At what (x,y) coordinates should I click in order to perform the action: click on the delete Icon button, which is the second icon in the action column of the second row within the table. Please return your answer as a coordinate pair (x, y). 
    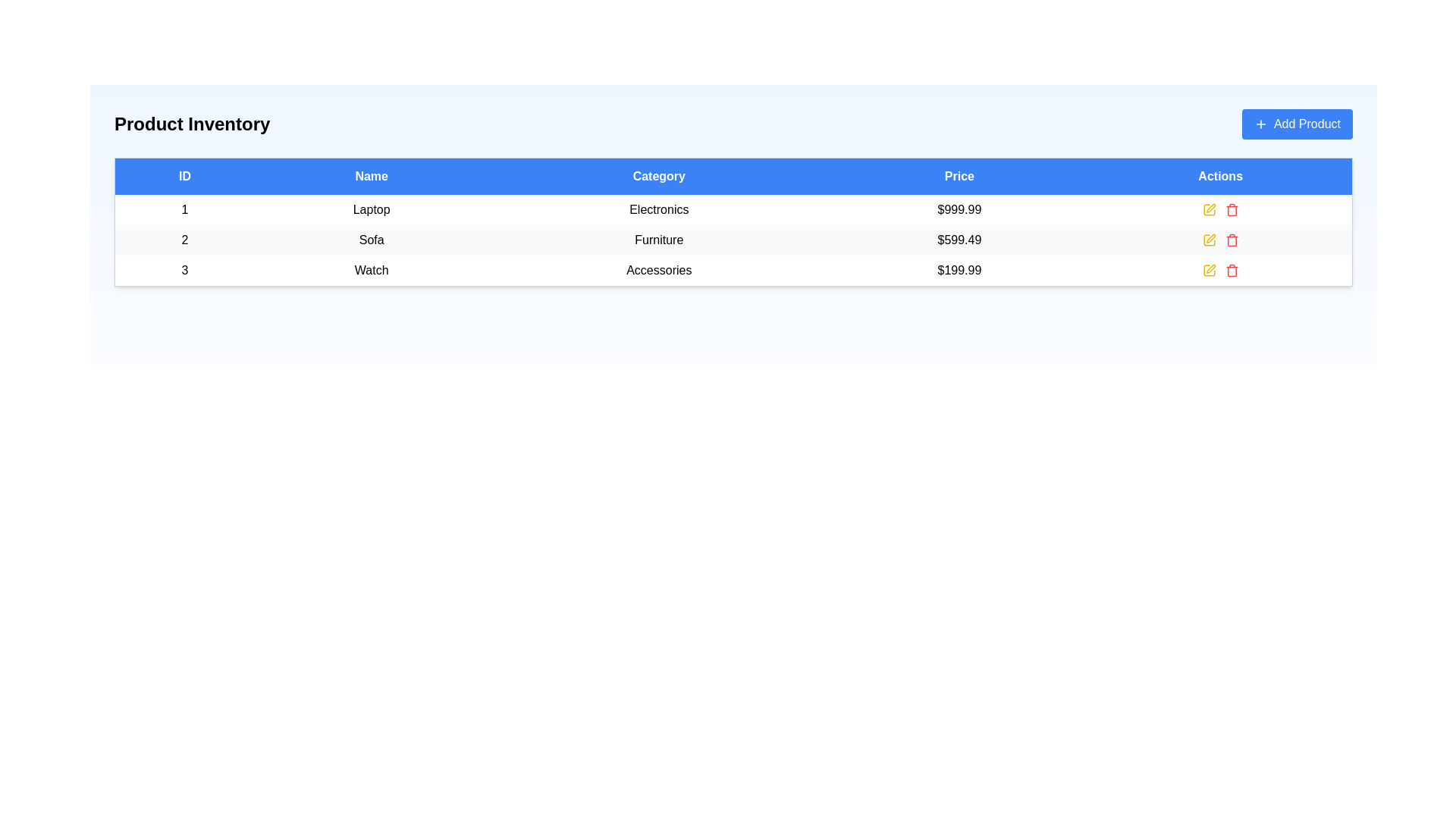
    Looking at the image, I should click on (1232, 239).